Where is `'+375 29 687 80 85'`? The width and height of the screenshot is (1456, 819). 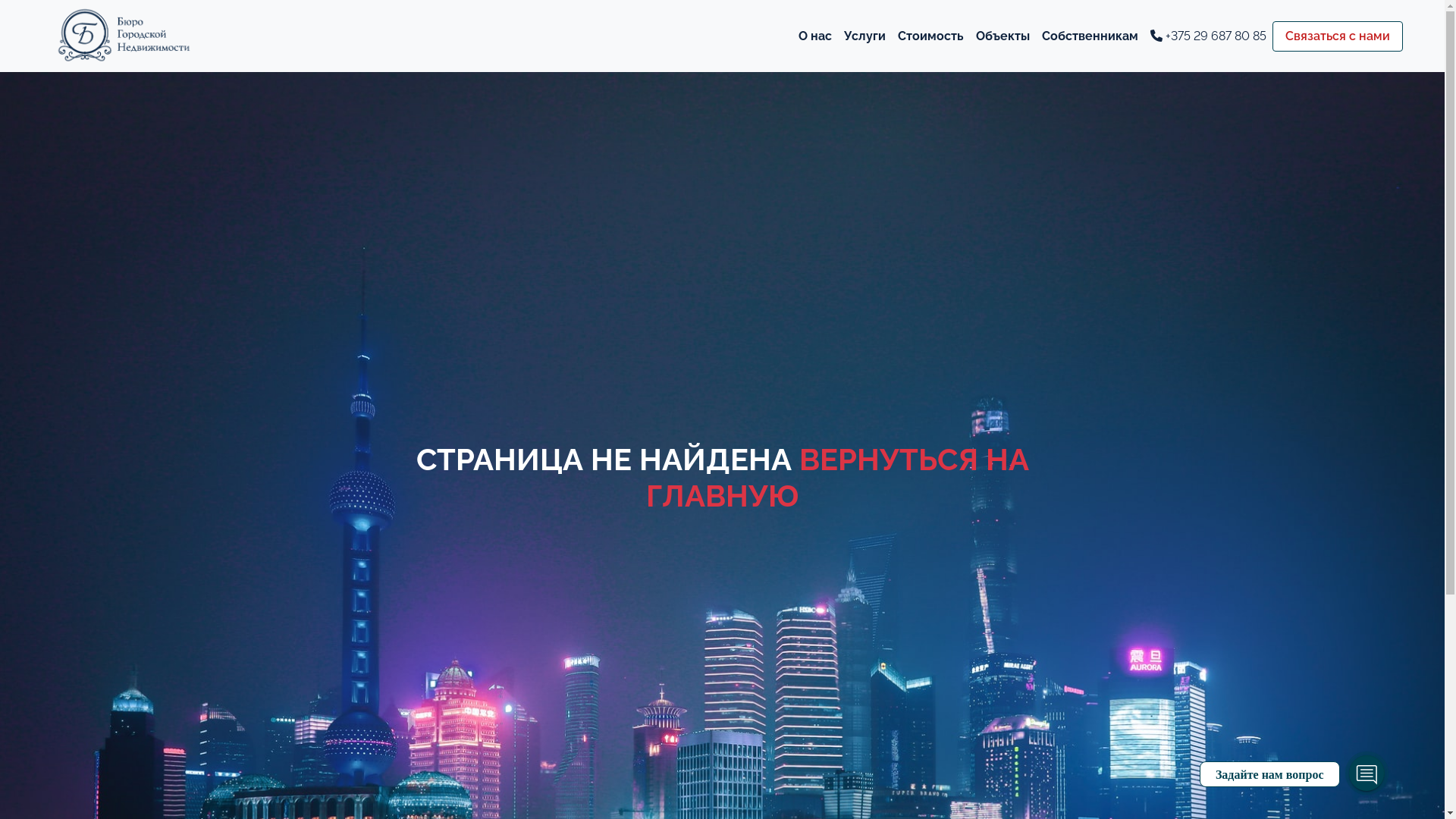
'+375 29 687 80 85' is located at coordinates (1207, 35).